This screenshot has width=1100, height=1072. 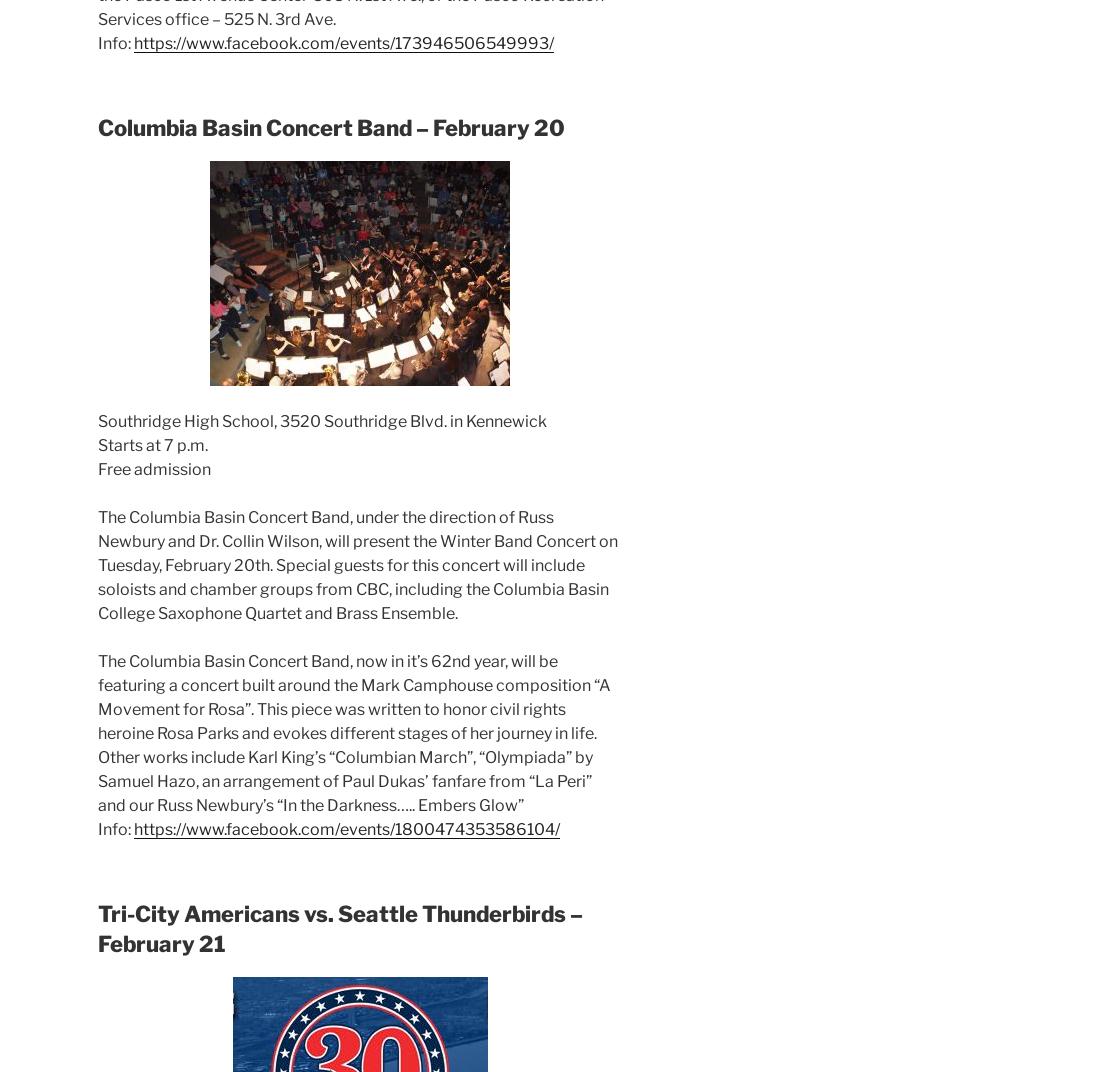 What do you see at coordinates (153, 467) in the screenshot?
I see `'Free admission'` at bounding box center [153, 467].